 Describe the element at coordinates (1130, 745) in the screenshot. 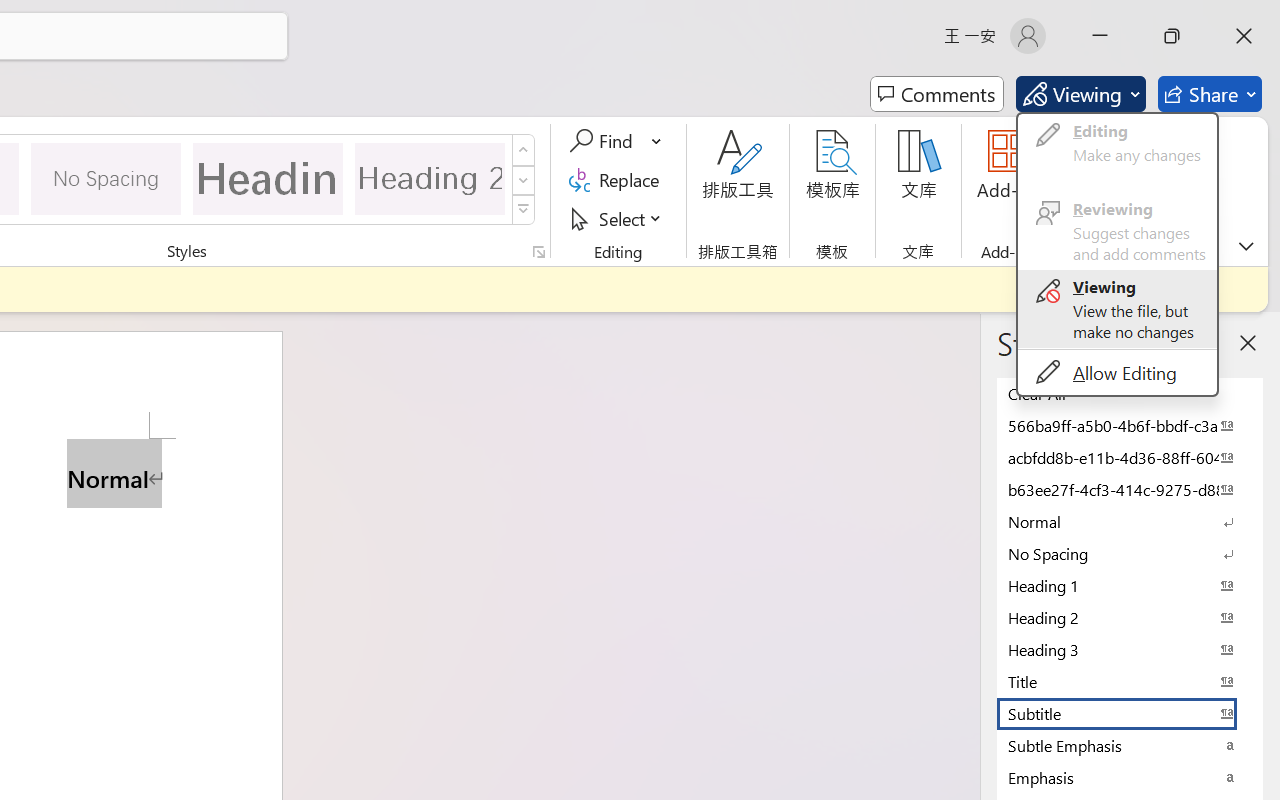

I see `'Subtle Emphasis'` at that location.